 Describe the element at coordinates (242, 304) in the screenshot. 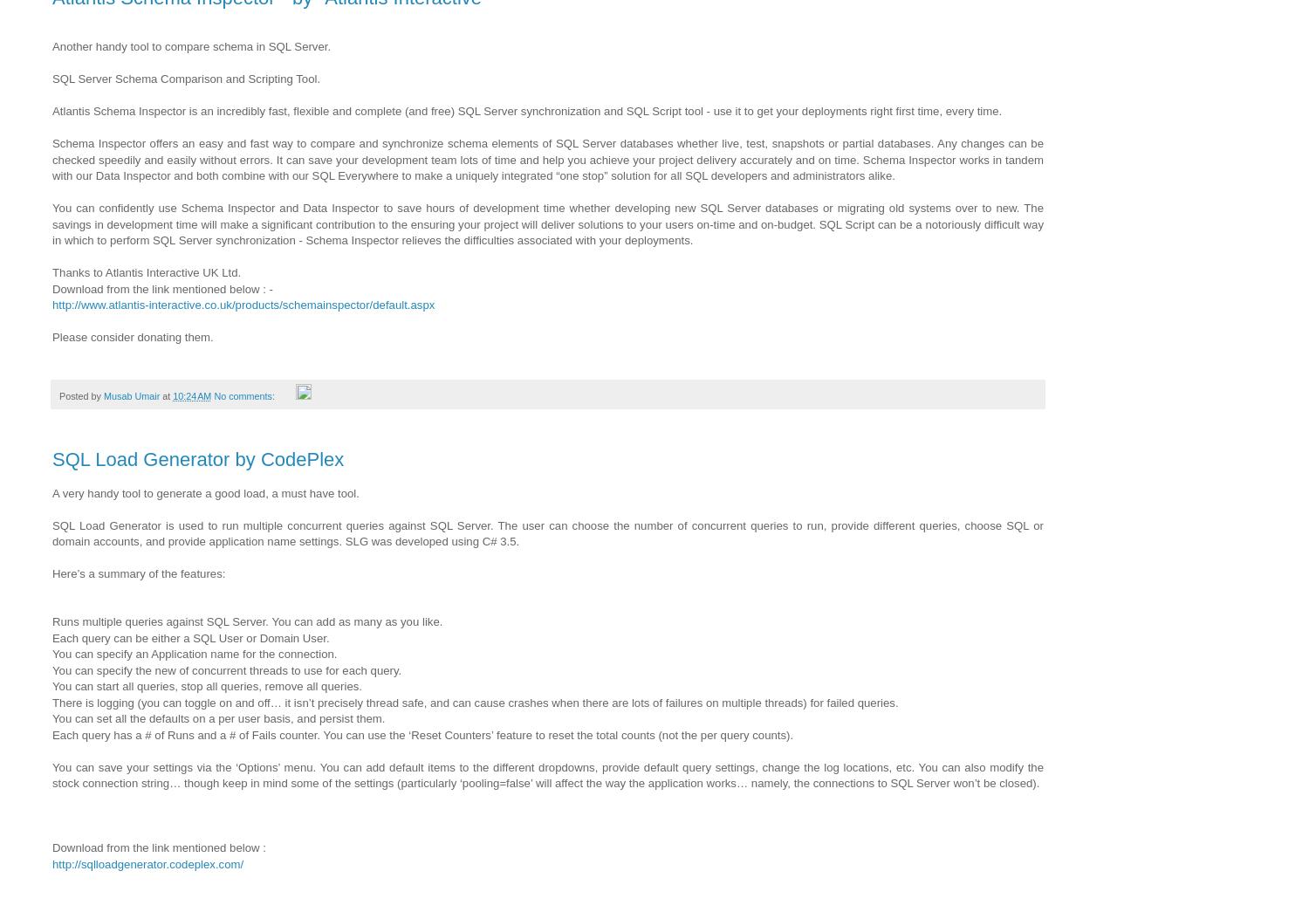

I see `'http://www.atlantis-interactive.co.uk/products/schemainspector/default.aspx'` at that location.